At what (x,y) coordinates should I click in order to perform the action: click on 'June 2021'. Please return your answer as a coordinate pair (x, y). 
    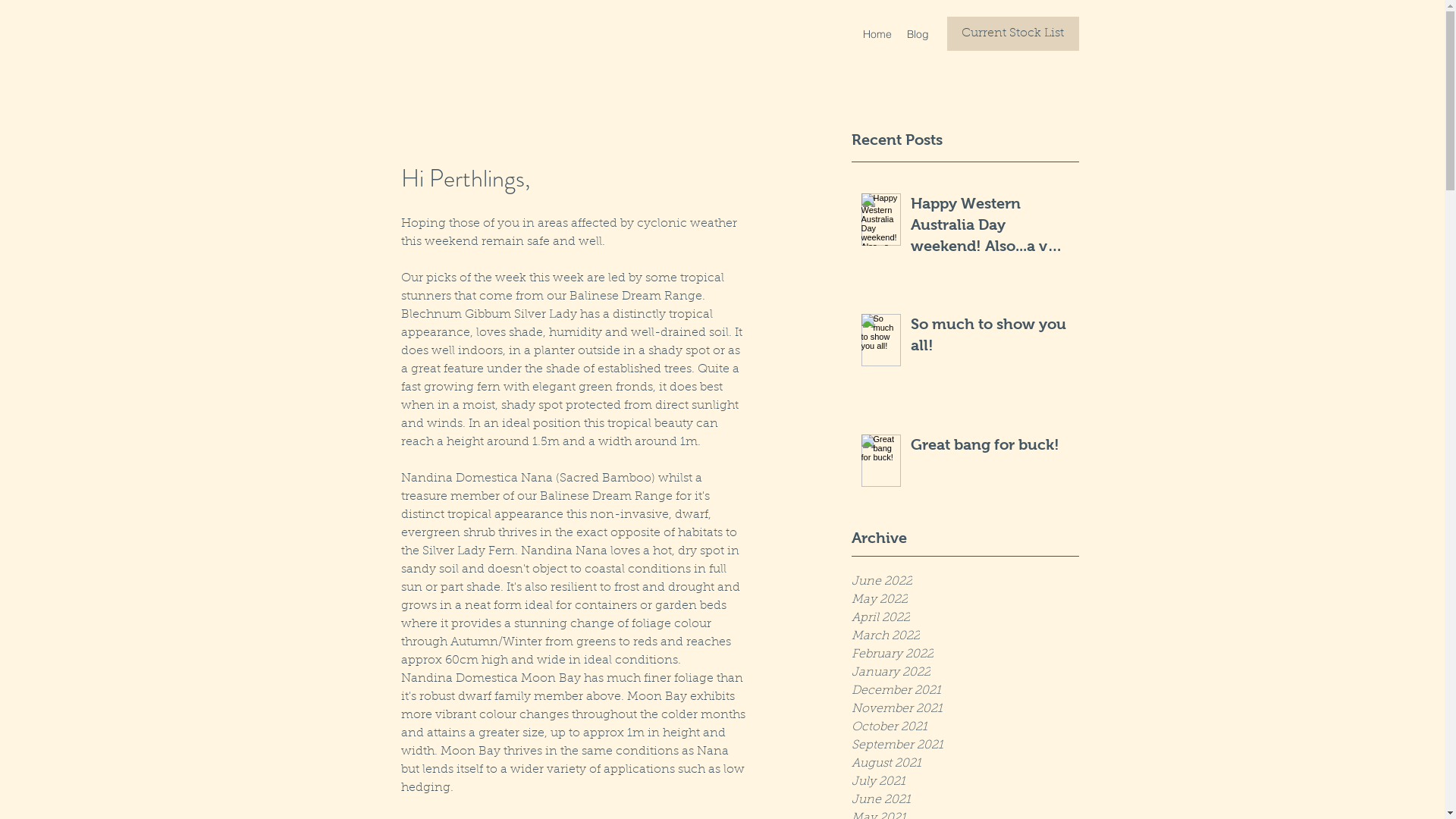
    Looking at the image, I should click on (851, 799).